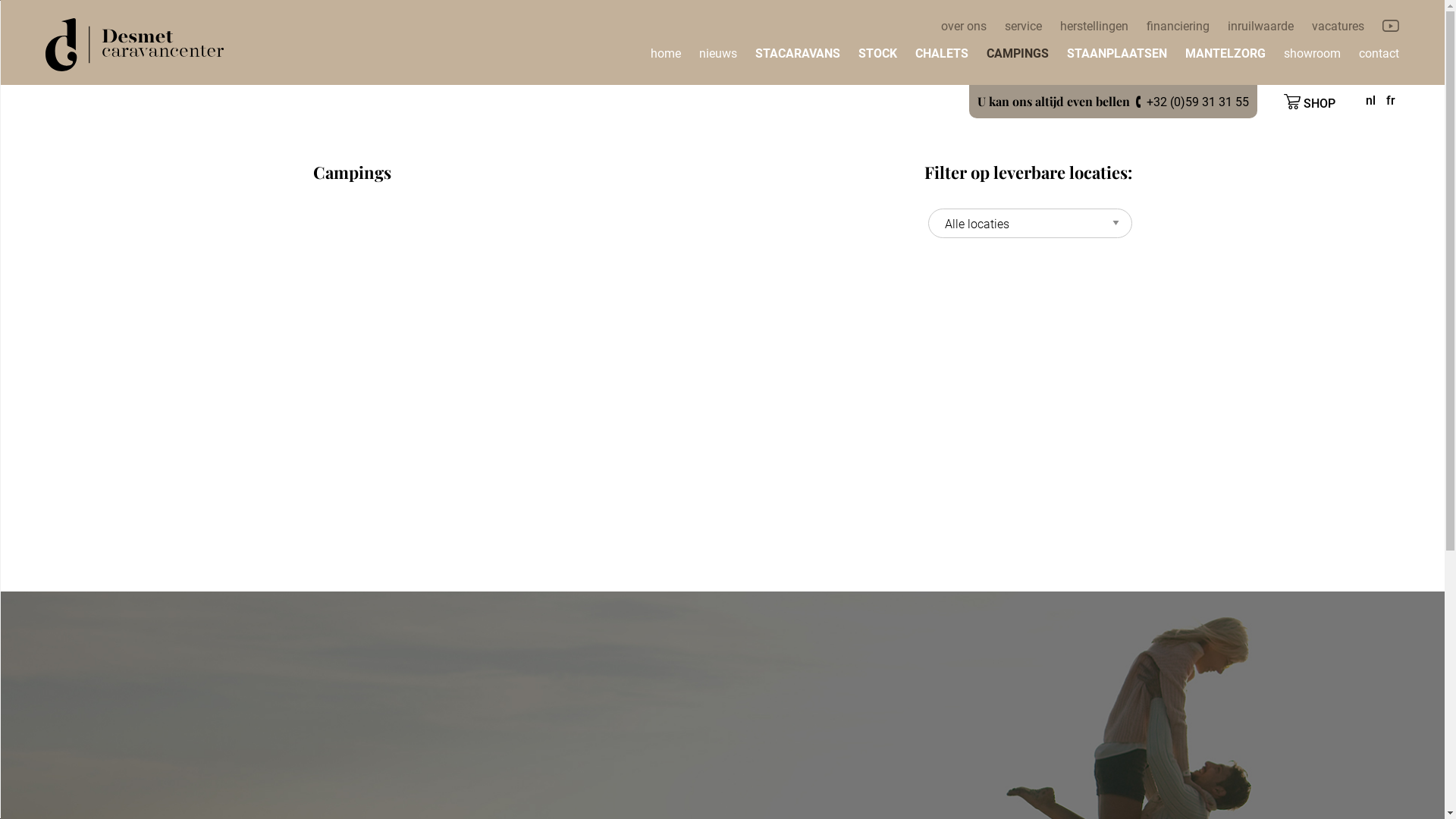 The width and height of the screenshot is (1456, 819). Describe the element at coordinates (717, 52) in the screenshot. I see `'nieuws'` at that location.